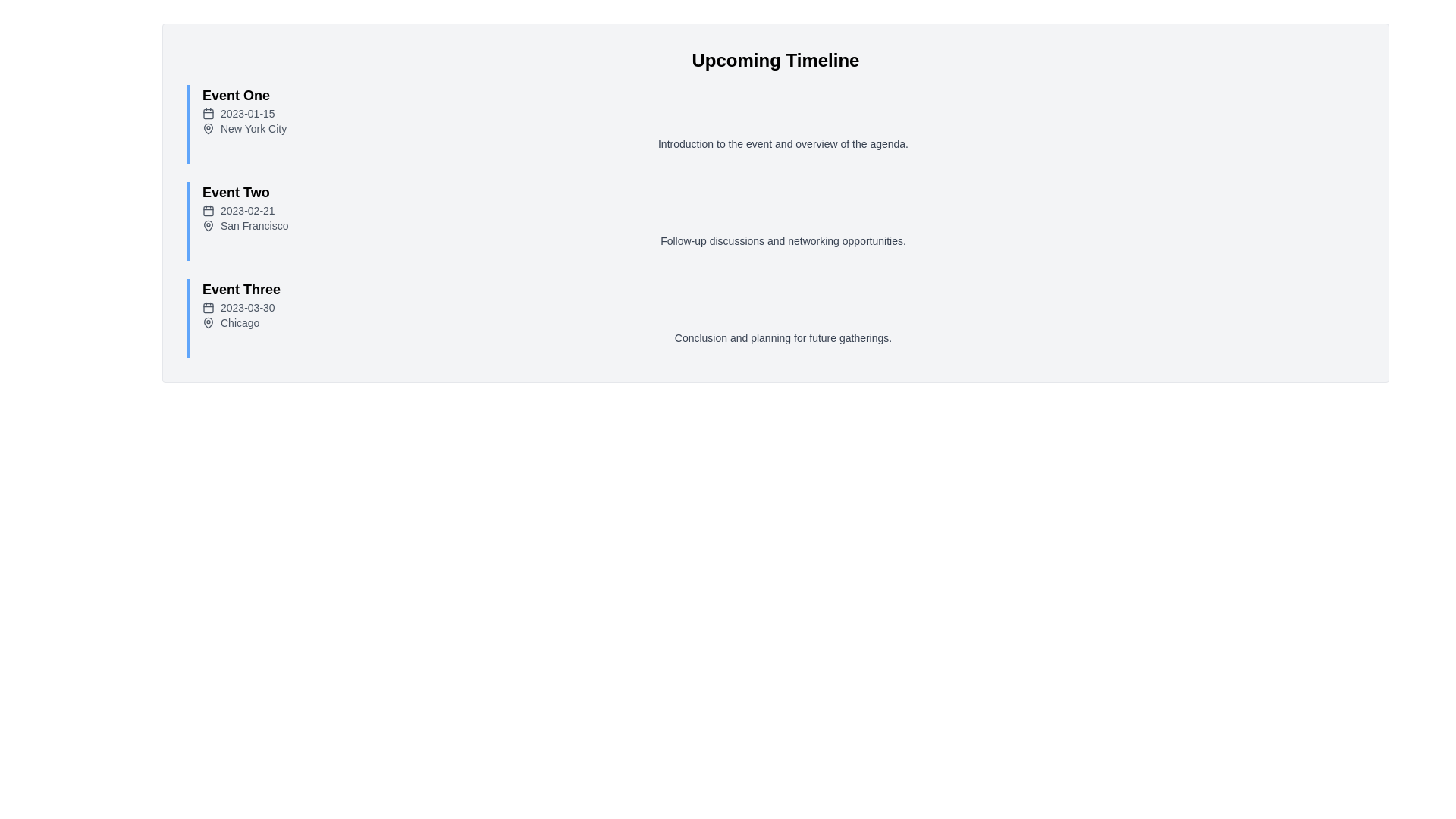  Describe the element at coordinates (783, 337) in the screenshot. I see `descriptive content text block located in the 'Event Three' section, directly beneath the 'Chicago' text` at that location.